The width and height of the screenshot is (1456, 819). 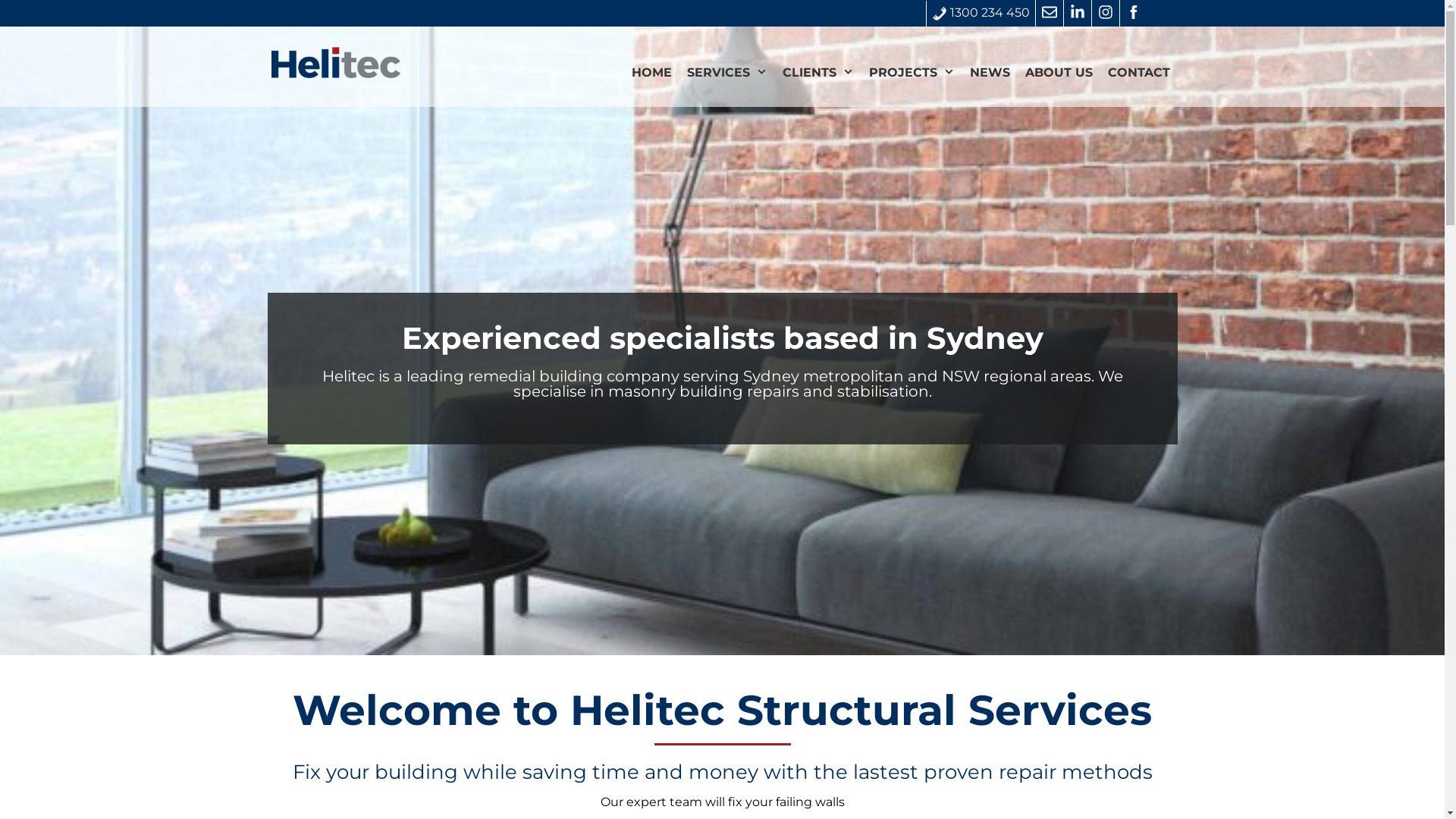 I want to click on 'NEWS', so click(x=960, y=73).